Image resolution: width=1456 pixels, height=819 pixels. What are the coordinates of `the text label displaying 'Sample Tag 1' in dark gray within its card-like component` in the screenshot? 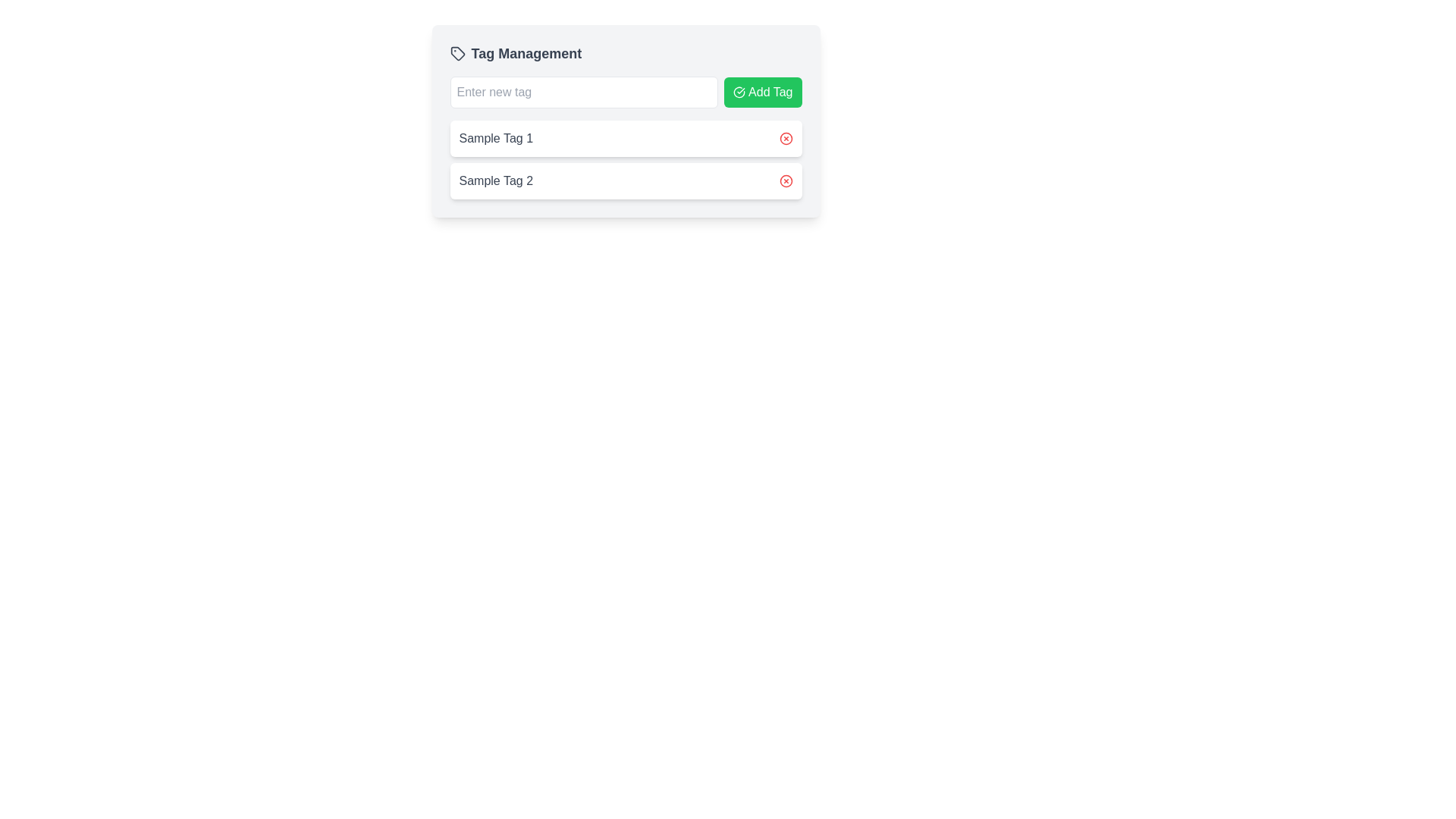 It's located at (496, 138).